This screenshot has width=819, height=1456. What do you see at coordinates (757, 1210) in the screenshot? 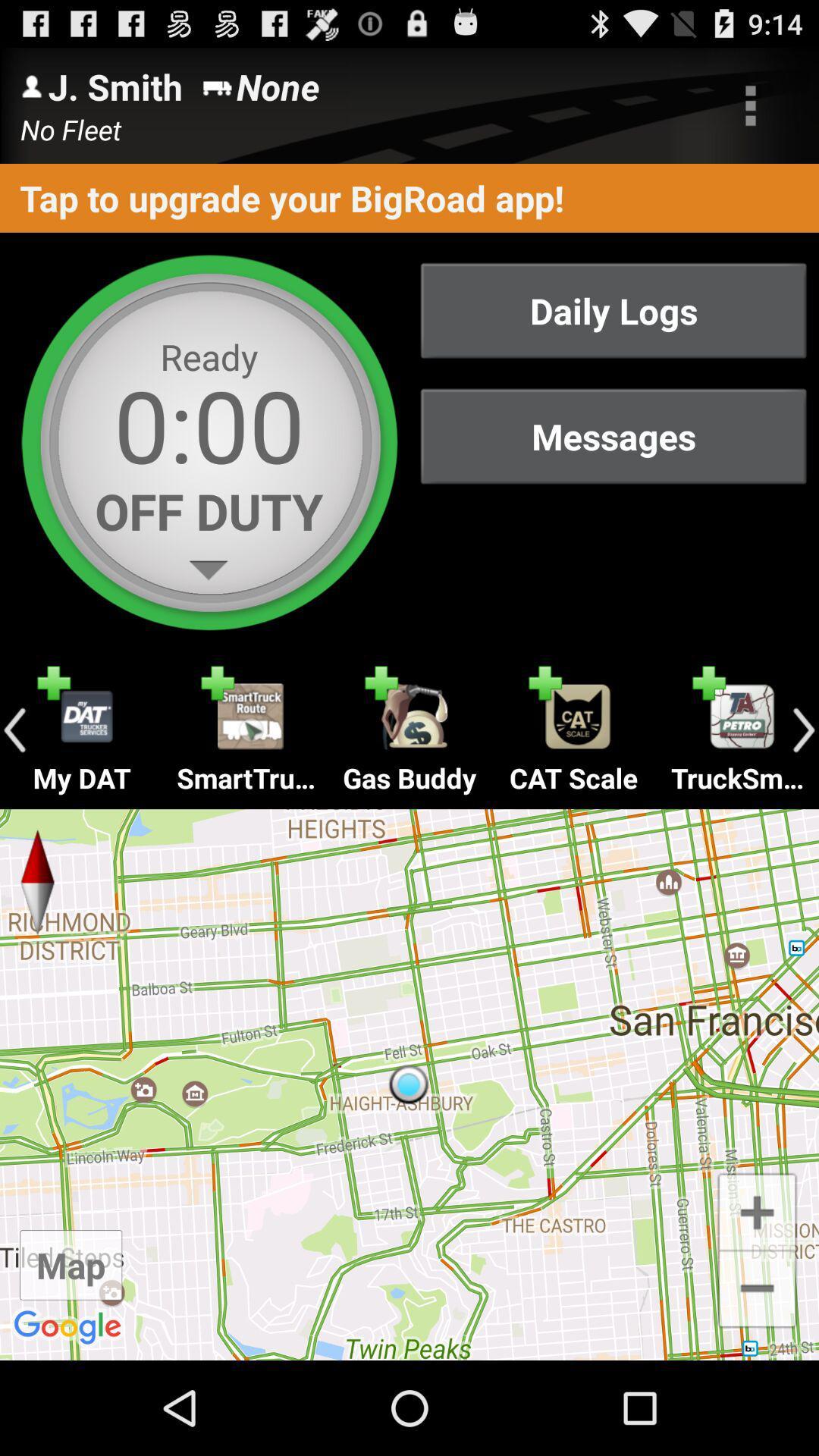
I see `zoom the map` at bounding box center [757, 1210].